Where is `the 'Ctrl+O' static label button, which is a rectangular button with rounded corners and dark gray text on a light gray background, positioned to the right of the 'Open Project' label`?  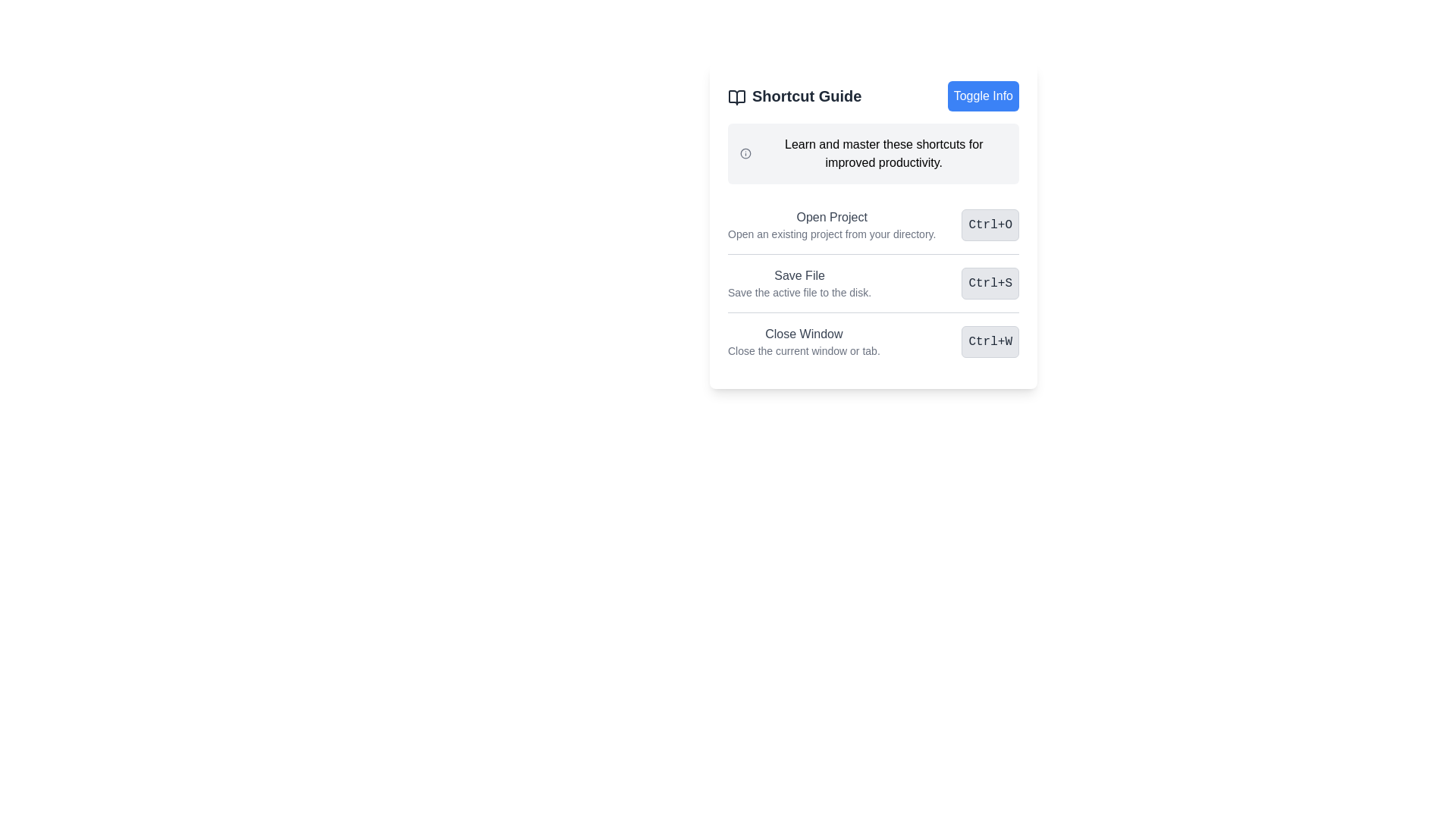 the 'Ctrl+O' static label button, which is a rectangular button with rounded corners and dark gray text on a light gray background, positioned to the right of the 'Open Project' label is located at coordinates (990, 225).